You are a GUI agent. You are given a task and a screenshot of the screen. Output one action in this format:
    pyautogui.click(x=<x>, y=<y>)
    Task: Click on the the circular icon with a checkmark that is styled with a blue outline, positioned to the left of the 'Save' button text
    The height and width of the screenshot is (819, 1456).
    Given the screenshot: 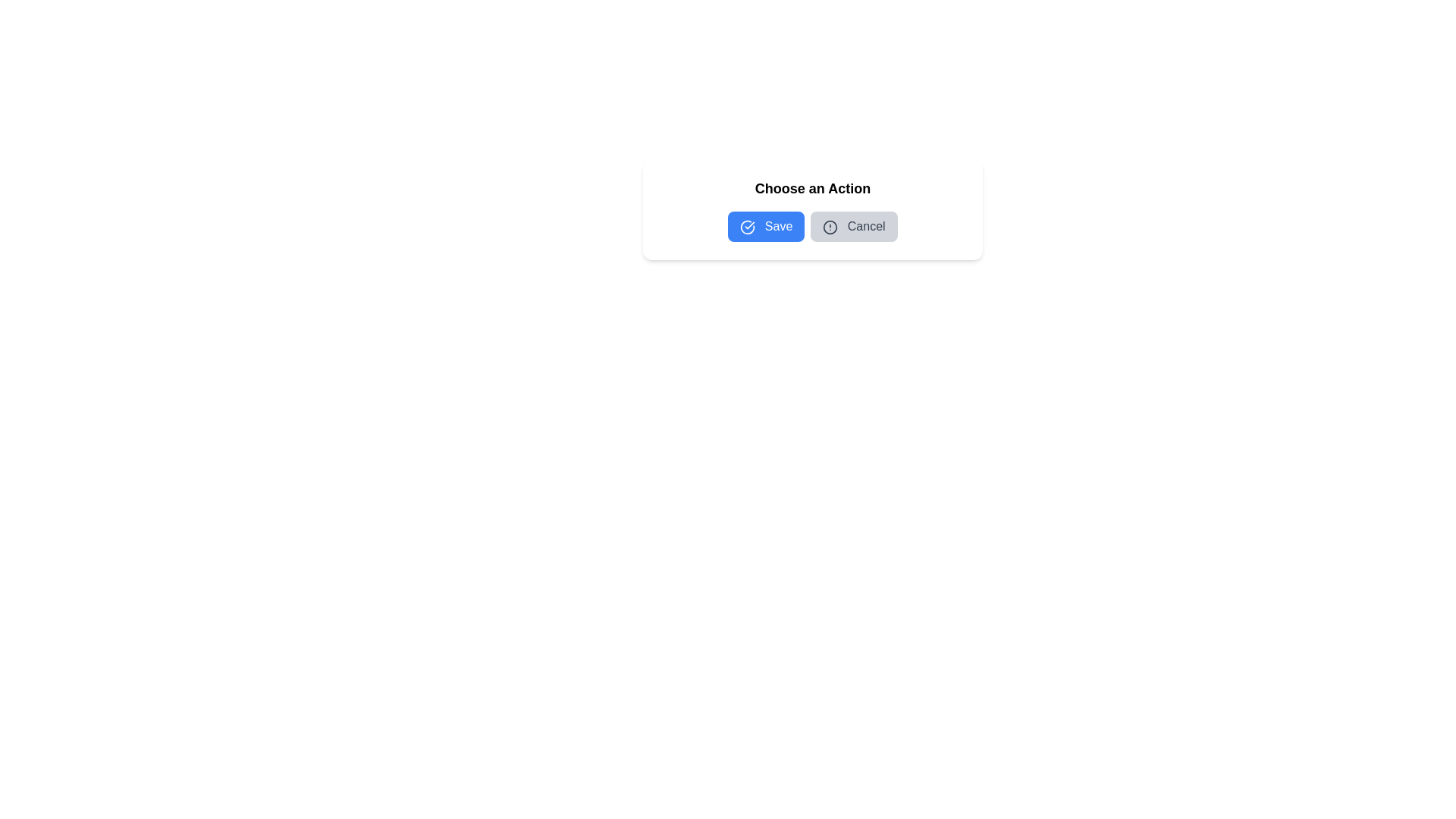 What is the action you would take?
    pyautogui.click(x=748, y=227)
    